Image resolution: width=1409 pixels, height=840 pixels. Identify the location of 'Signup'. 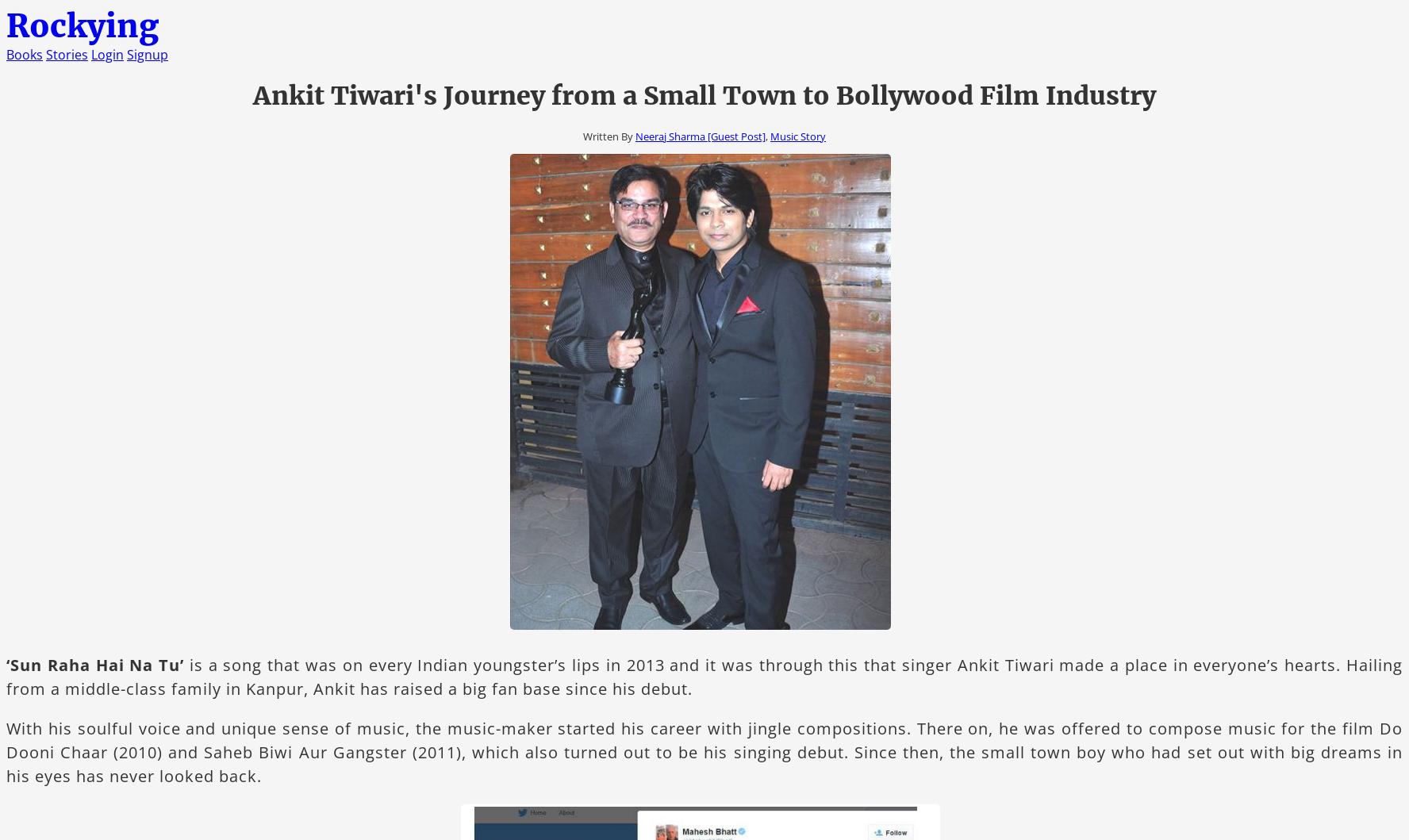
(146, 55).